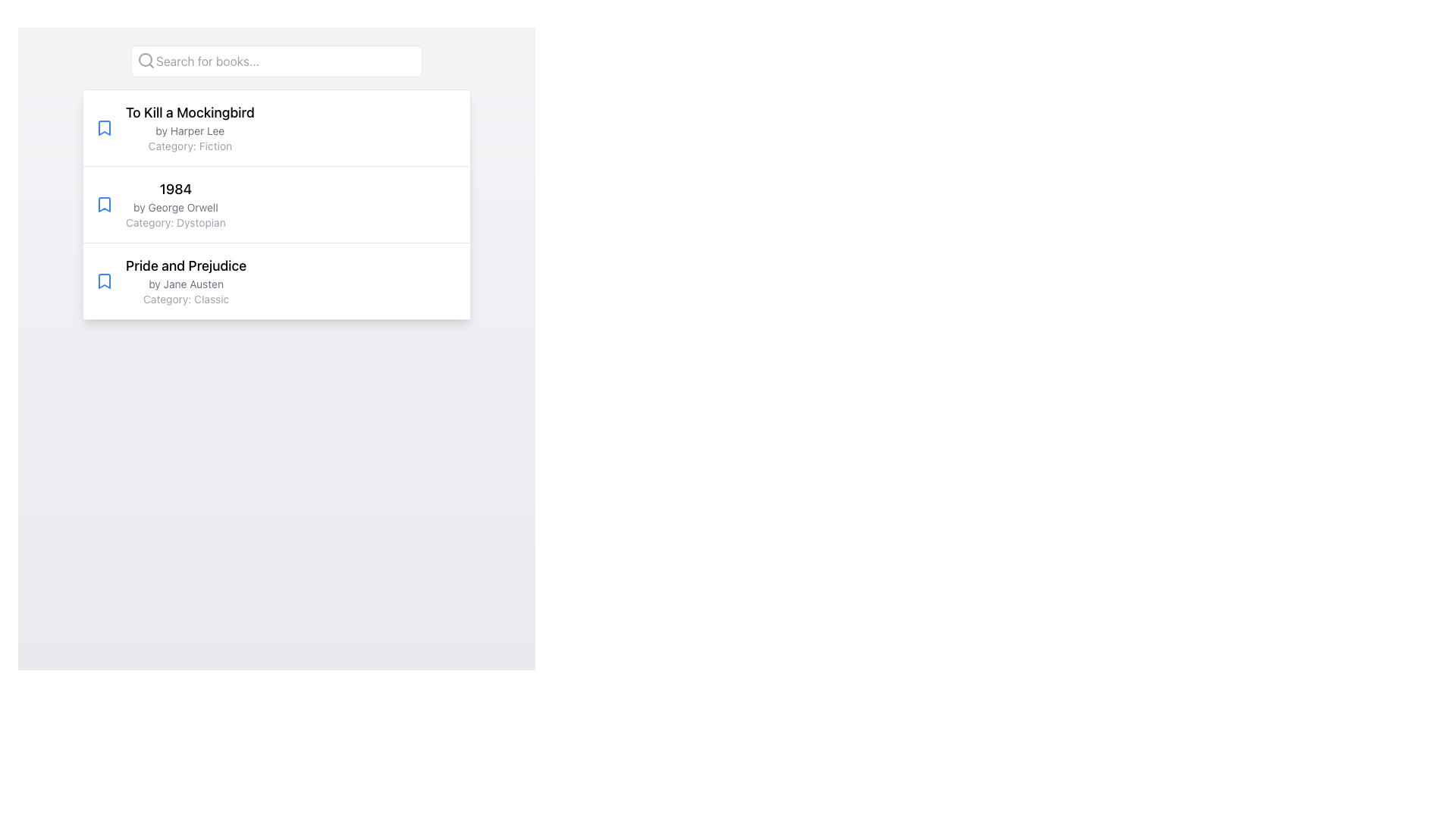 This screenshot has width=1456, height=819. I want to click on the first entry in the book list that displays book details, including the title, author, and category, so click(276, 127).